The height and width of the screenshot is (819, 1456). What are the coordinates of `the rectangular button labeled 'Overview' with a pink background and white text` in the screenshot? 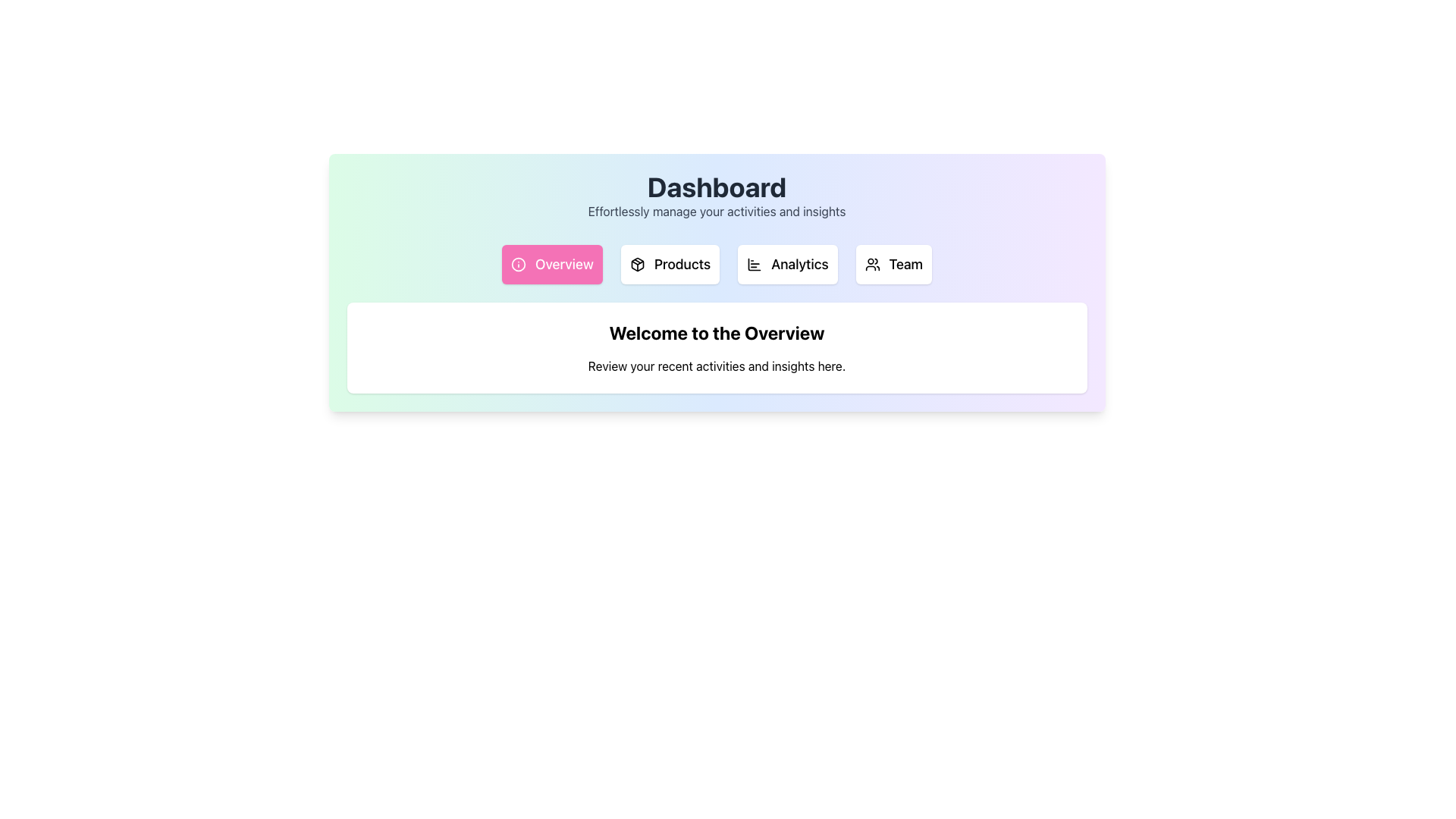 It's located at (551, 263).